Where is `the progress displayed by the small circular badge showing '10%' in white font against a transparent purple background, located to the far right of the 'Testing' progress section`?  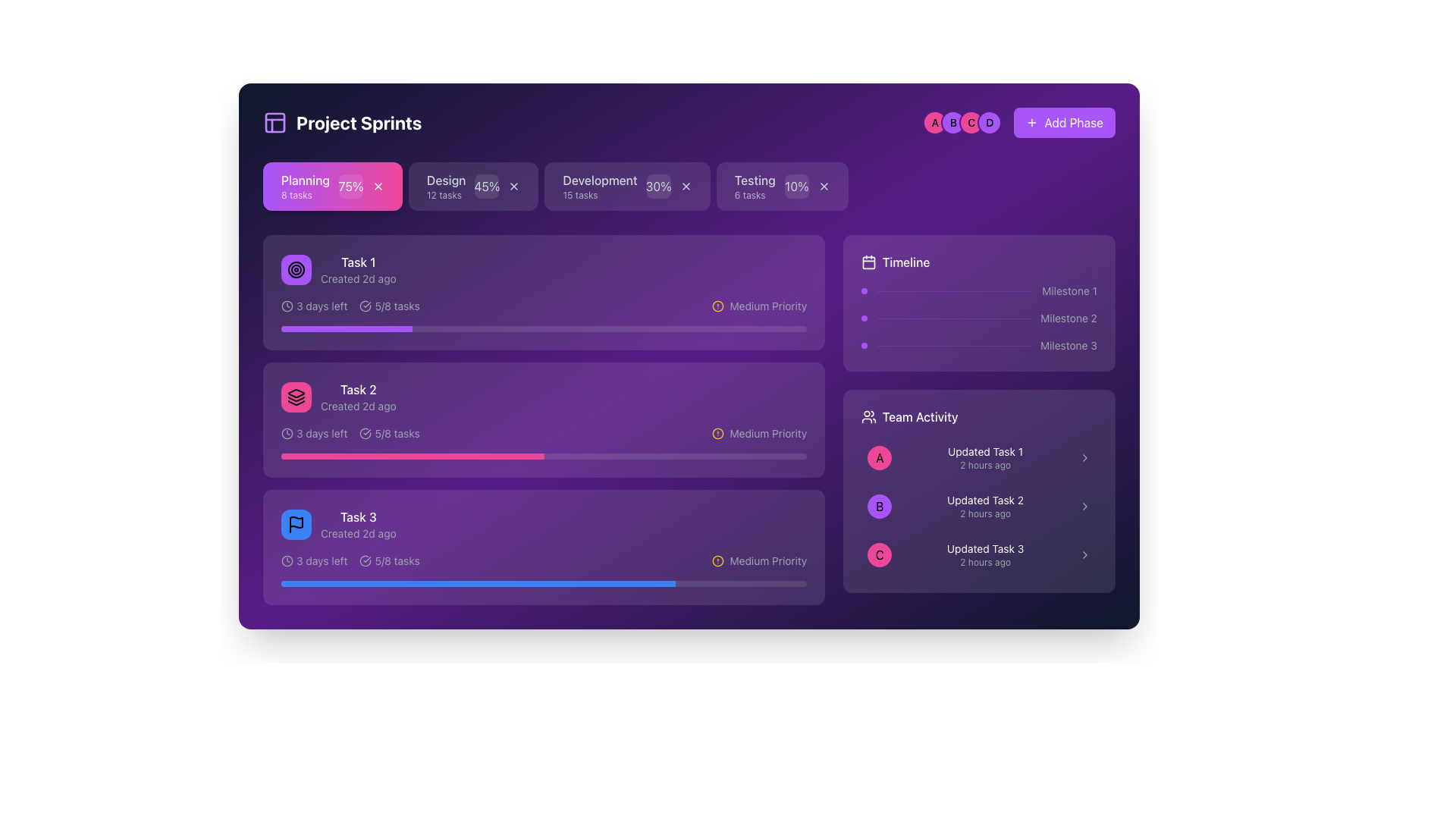
the progress displayed by the small circular badge showing '10%' in white font against a transparent purple background, located to the far right of the 'Testing' progress section is located at coordinates (795, 186).